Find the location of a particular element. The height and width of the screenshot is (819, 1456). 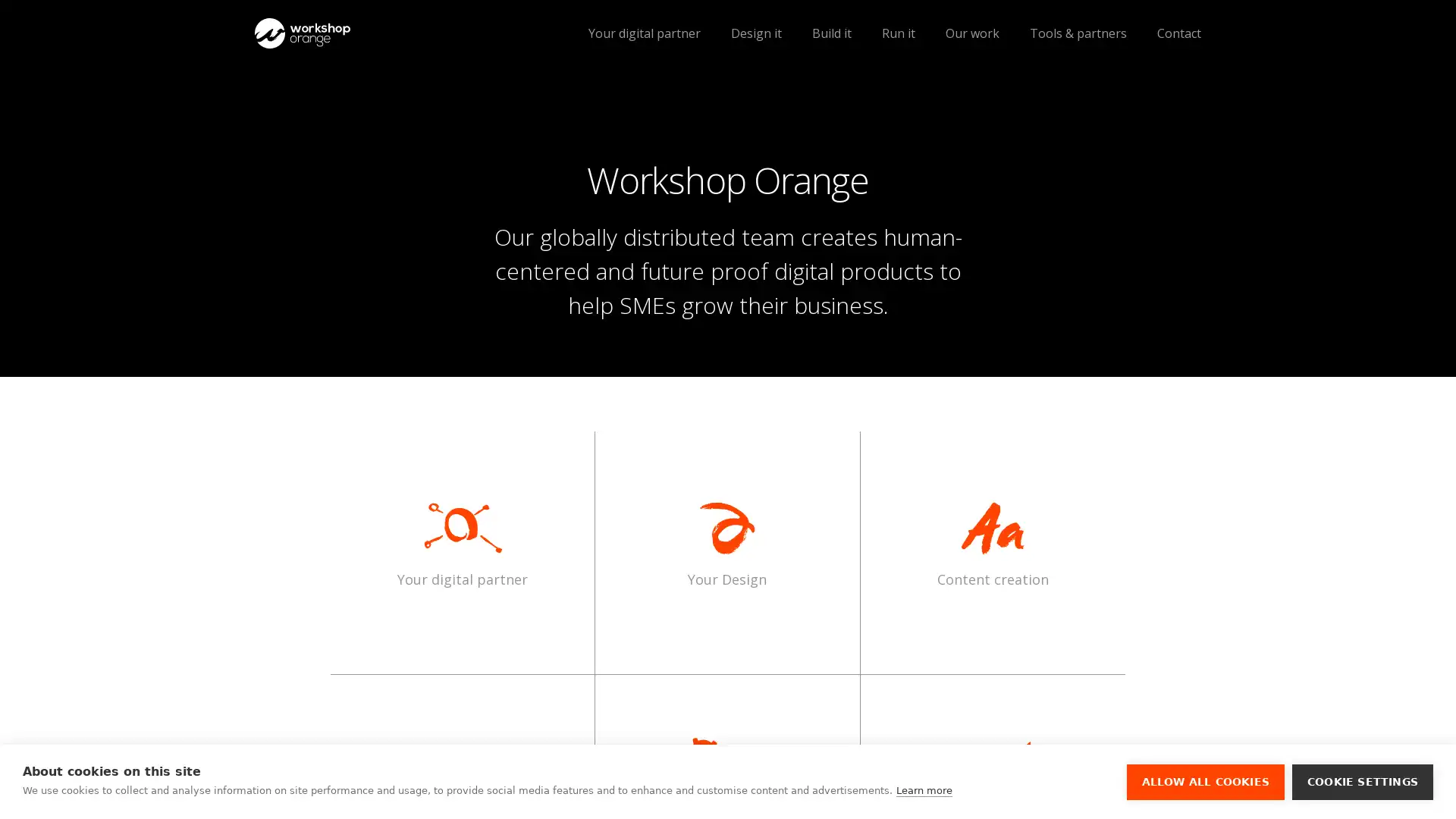

Run it is located at coordinates (899, 33).